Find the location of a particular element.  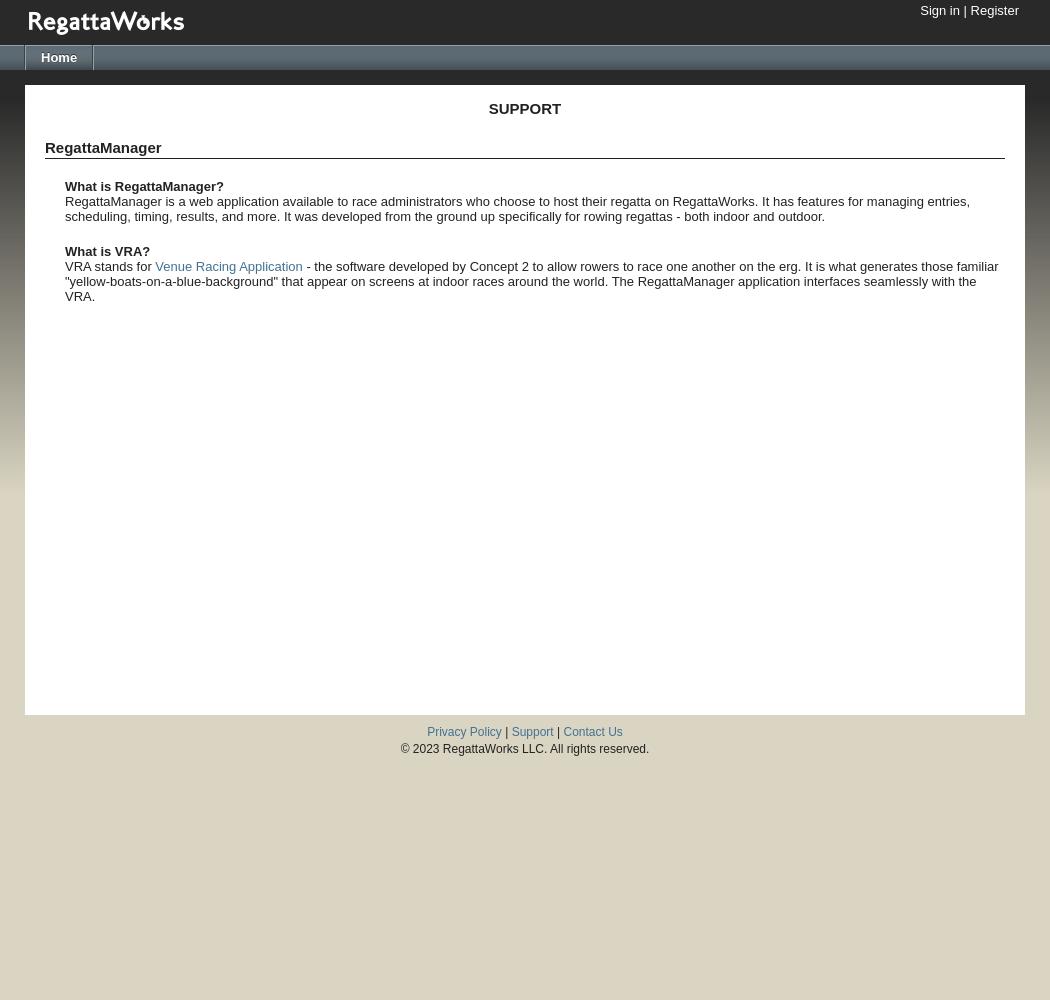

'Support' is located at coordinates (532, 731).